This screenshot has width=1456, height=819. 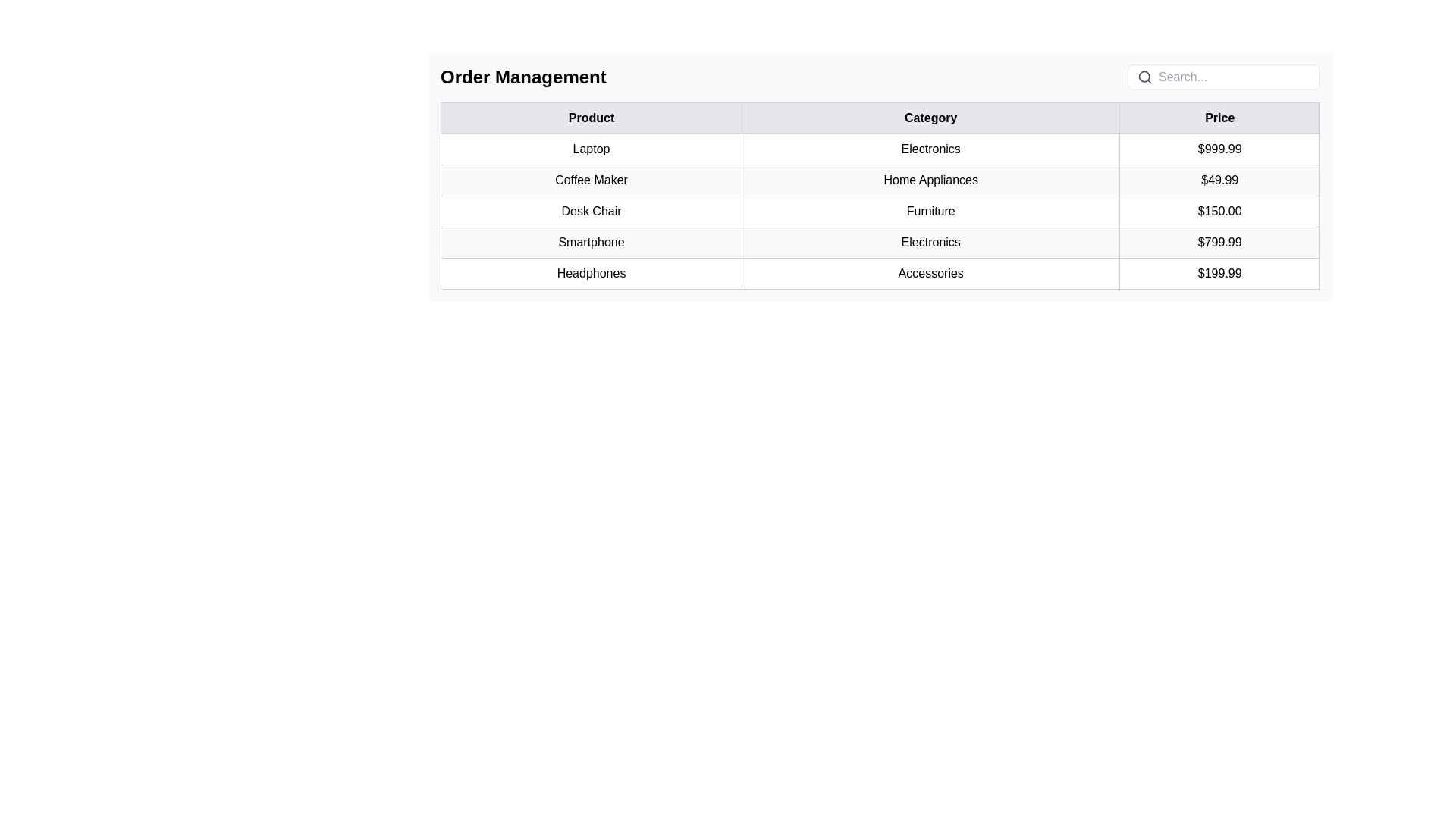 What do you see at coordinates (880, 242) in the screenshot?
I see `the fifth row of the product table, which displays information about a product, located between the 'Desk Chair' and 'Headphones' rows` at bounding box center [880, 242].